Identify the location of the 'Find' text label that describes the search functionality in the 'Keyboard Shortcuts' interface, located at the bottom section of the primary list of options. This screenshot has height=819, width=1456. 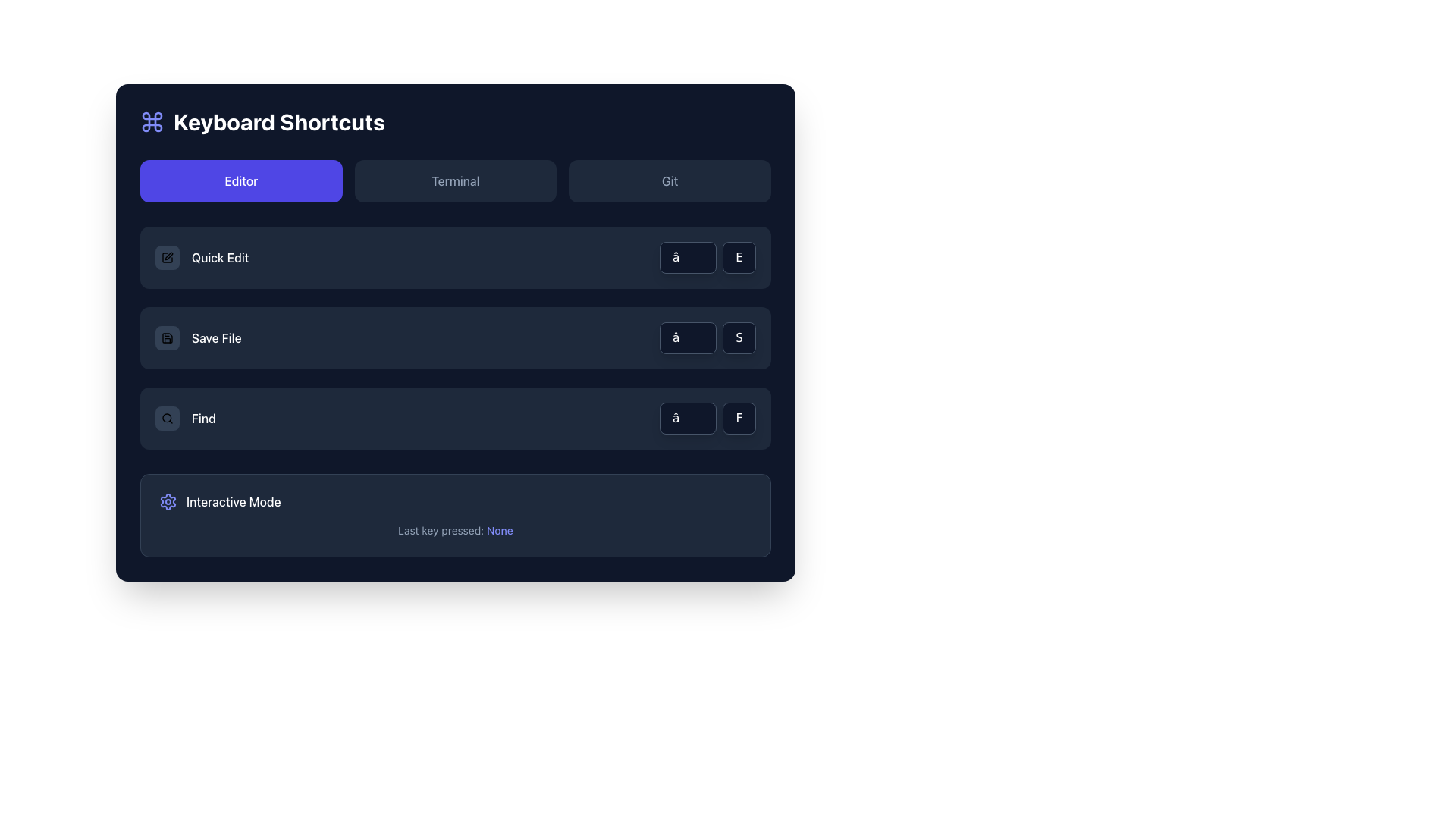
(202, 418).